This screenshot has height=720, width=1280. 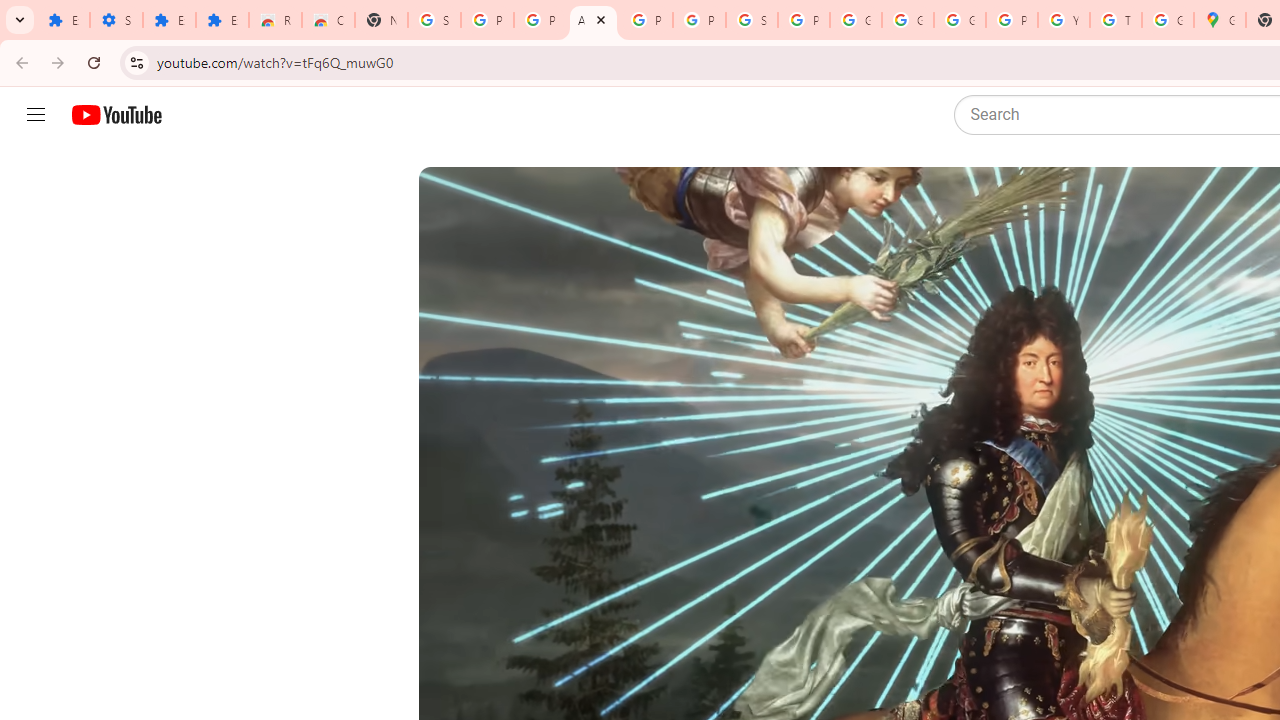 What do you see at coordinates (35, 115) in the screenshot?
I see `'Guide'` at bounding box center [35, 115].